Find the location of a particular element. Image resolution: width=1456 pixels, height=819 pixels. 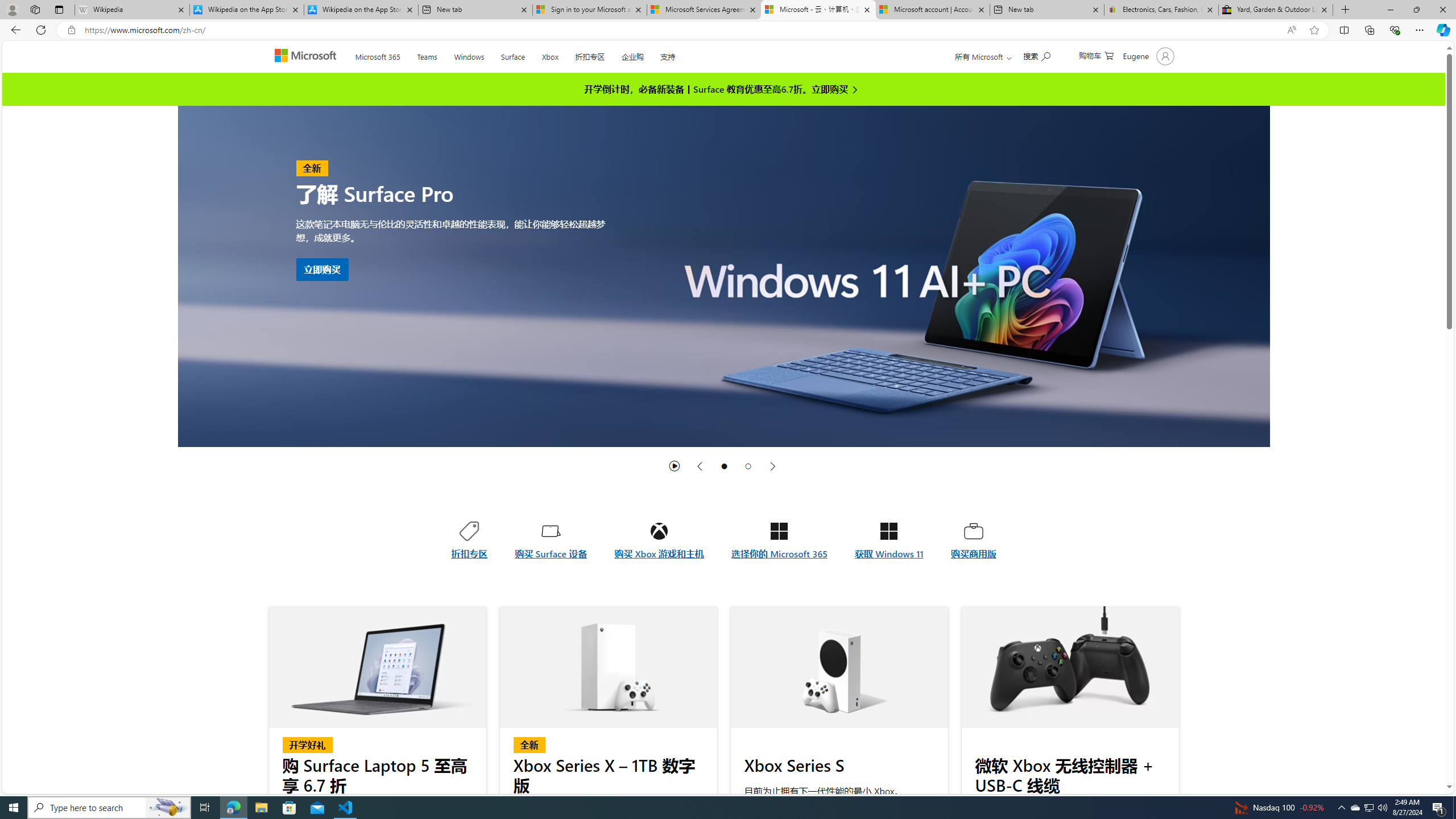

'Teams' is located at coordinates (427, 55).